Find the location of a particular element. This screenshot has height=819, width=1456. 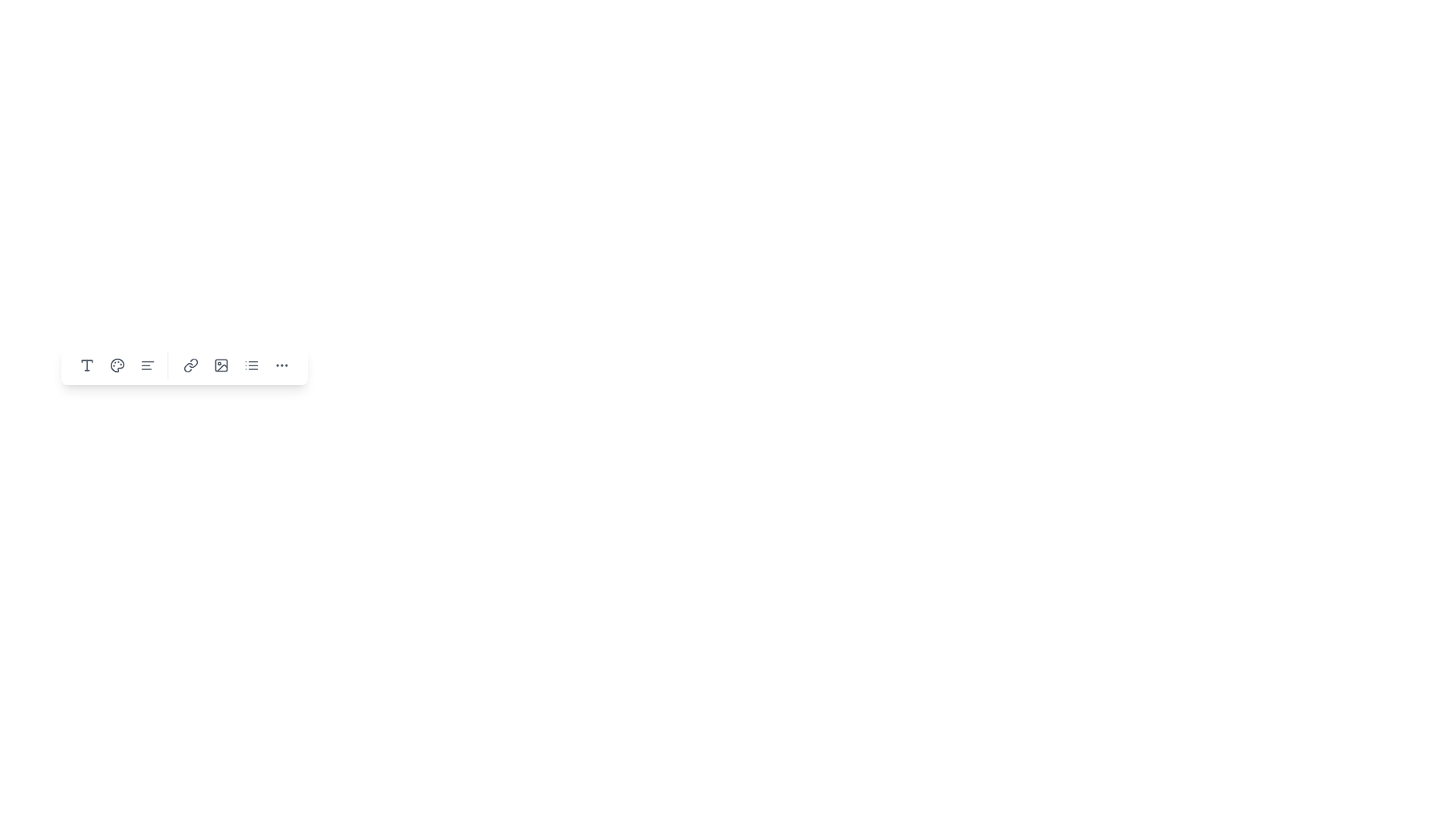

the gray 'T' icon button located in the top-left corner of the toolbar is located at coordinates (86, 366).